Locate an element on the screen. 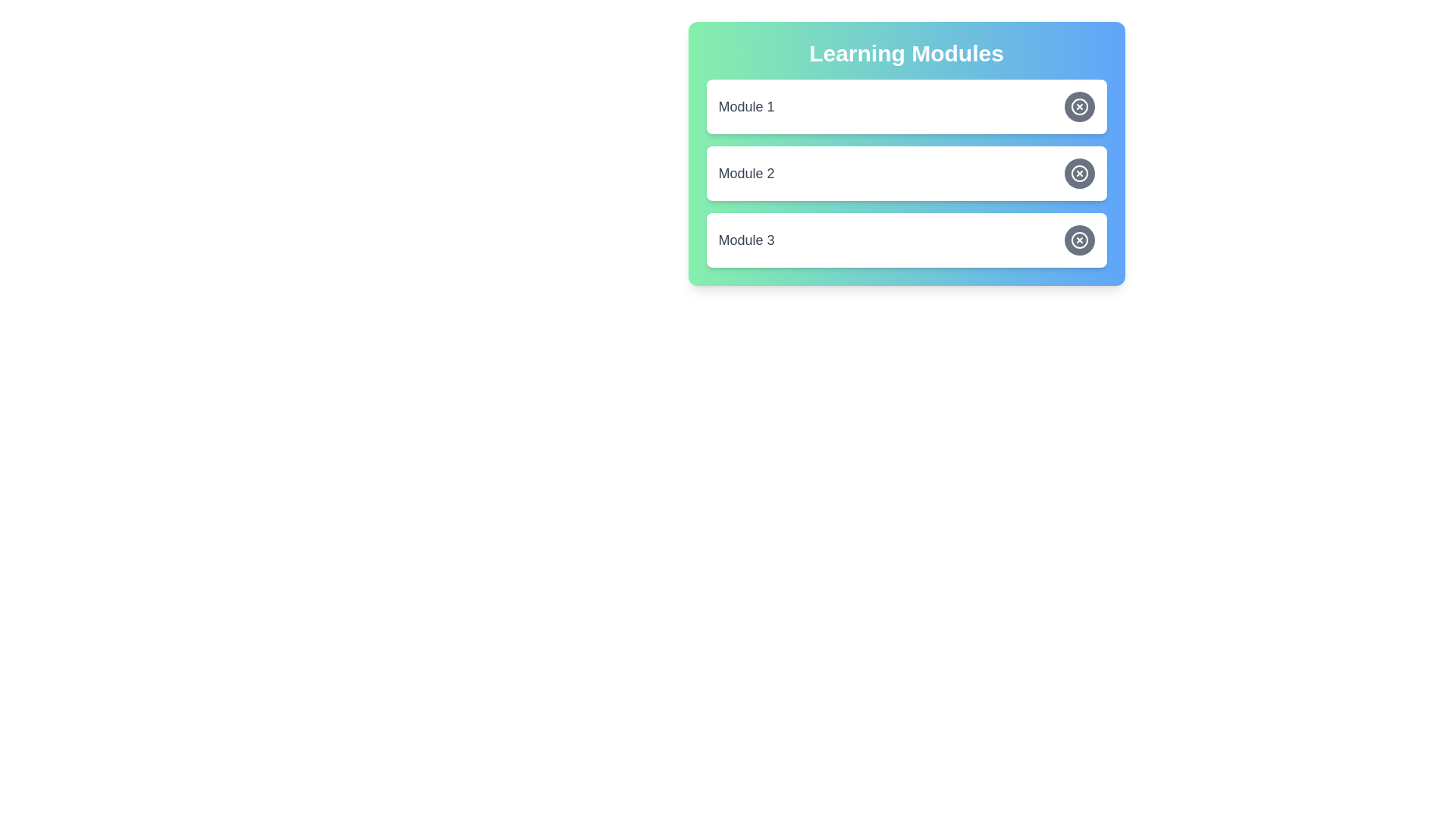 The height and width of the screenshot is (819, 1456). toggle button for Module 3 to change its state is located at coordinates (1078, 239).